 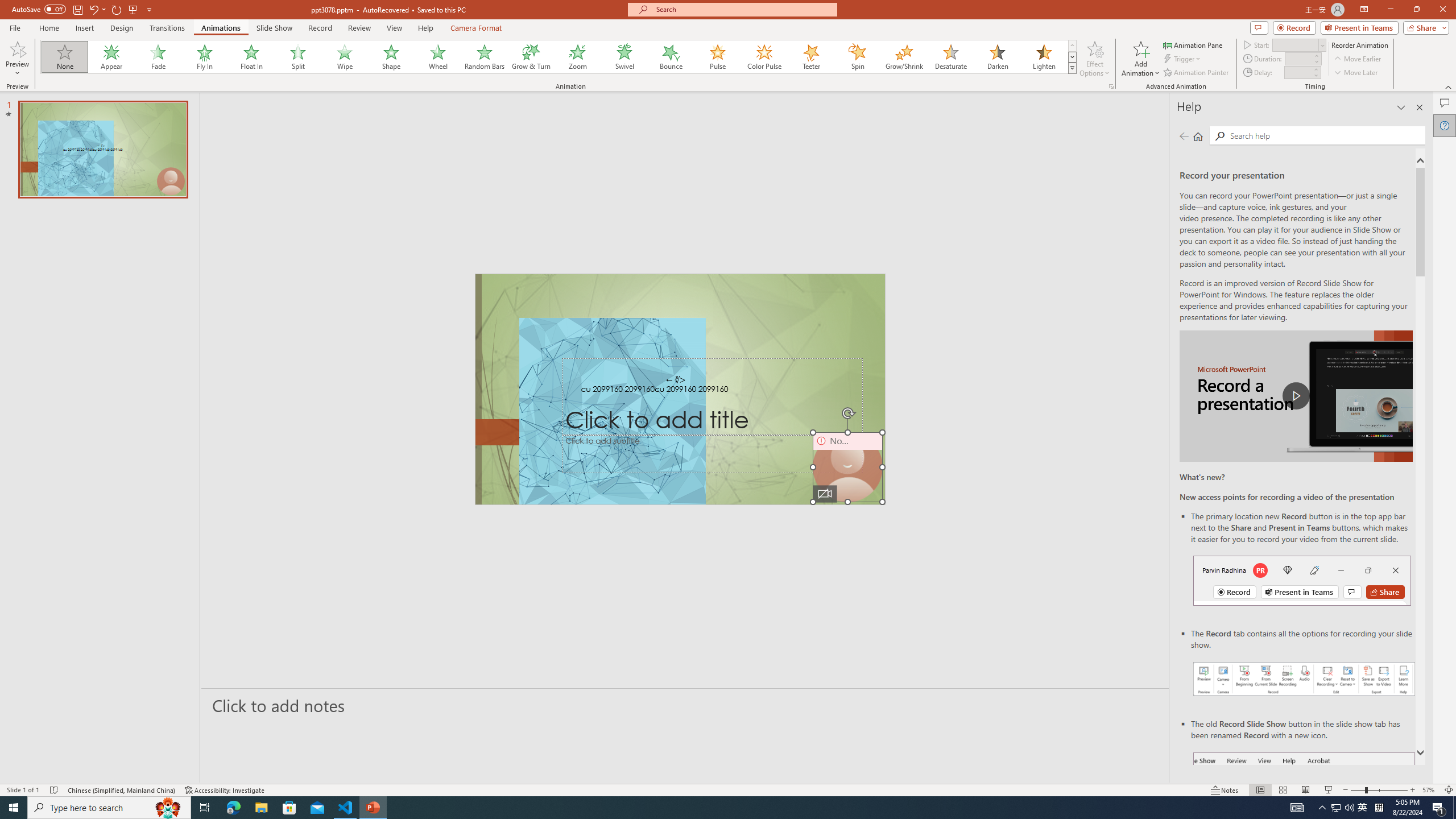 I want to click on 'Subtitle TextBox', so click(x=712, y=453).